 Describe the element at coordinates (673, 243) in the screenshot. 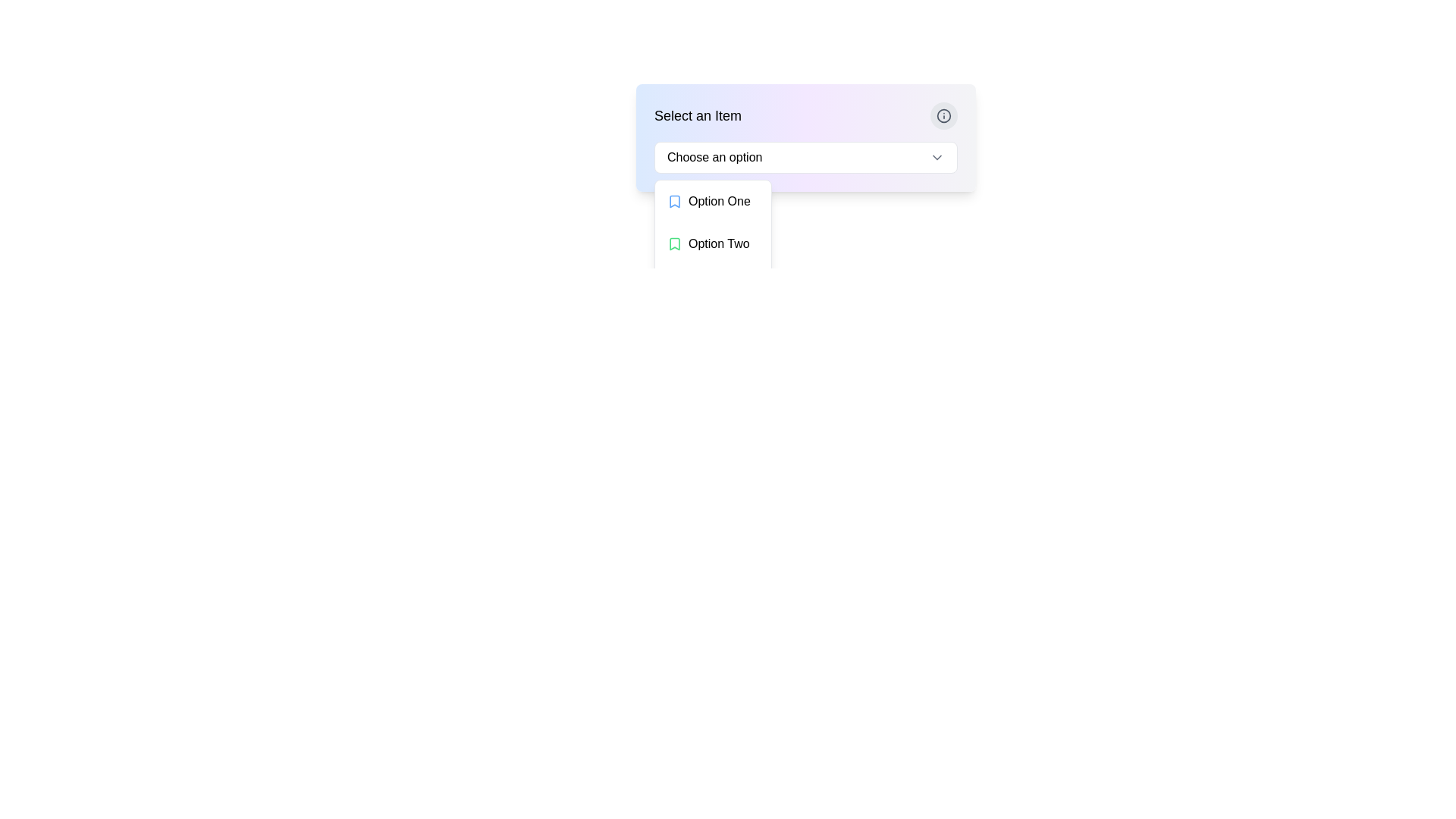

I see `the bookmark-shaped SVG icon with a green outline located next to the text 'Option Two' in the dropdown menu` at that location.